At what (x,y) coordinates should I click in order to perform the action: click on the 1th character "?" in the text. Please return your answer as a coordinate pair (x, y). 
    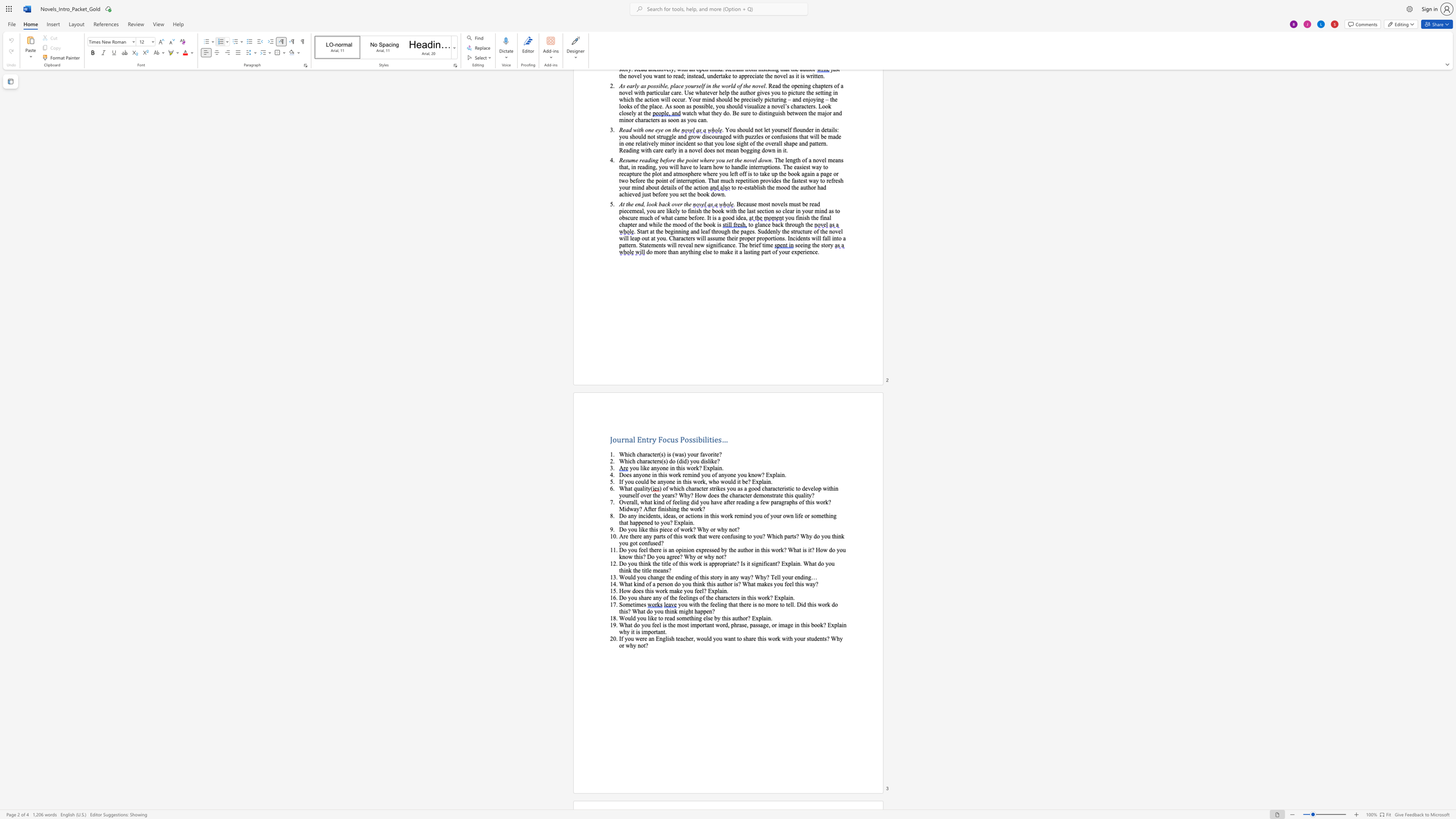
    Looking at the image, I should click on (694, 529).